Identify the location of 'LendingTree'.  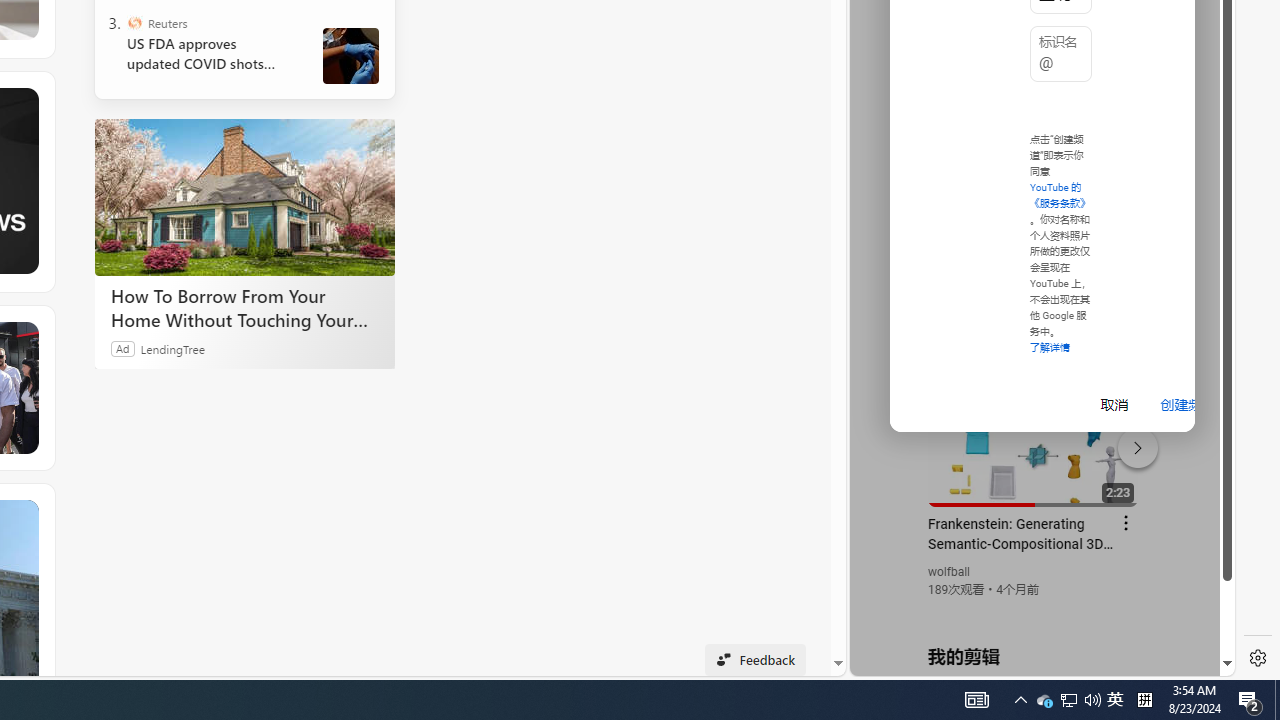
(172, 347).